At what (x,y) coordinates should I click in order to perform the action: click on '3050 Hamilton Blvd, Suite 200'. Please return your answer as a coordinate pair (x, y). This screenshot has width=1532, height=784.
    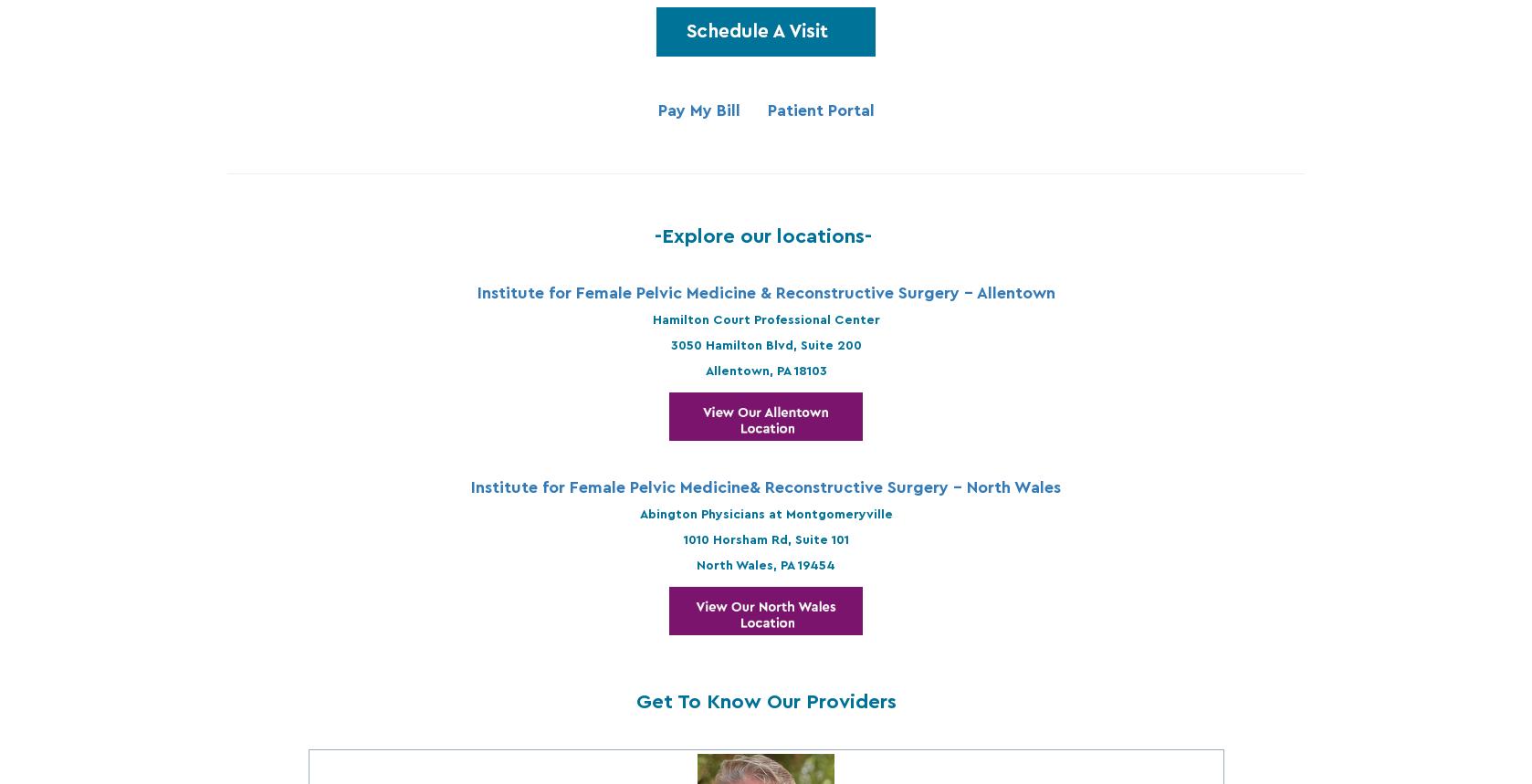
    Looking at the image, I should click on (764, 343).